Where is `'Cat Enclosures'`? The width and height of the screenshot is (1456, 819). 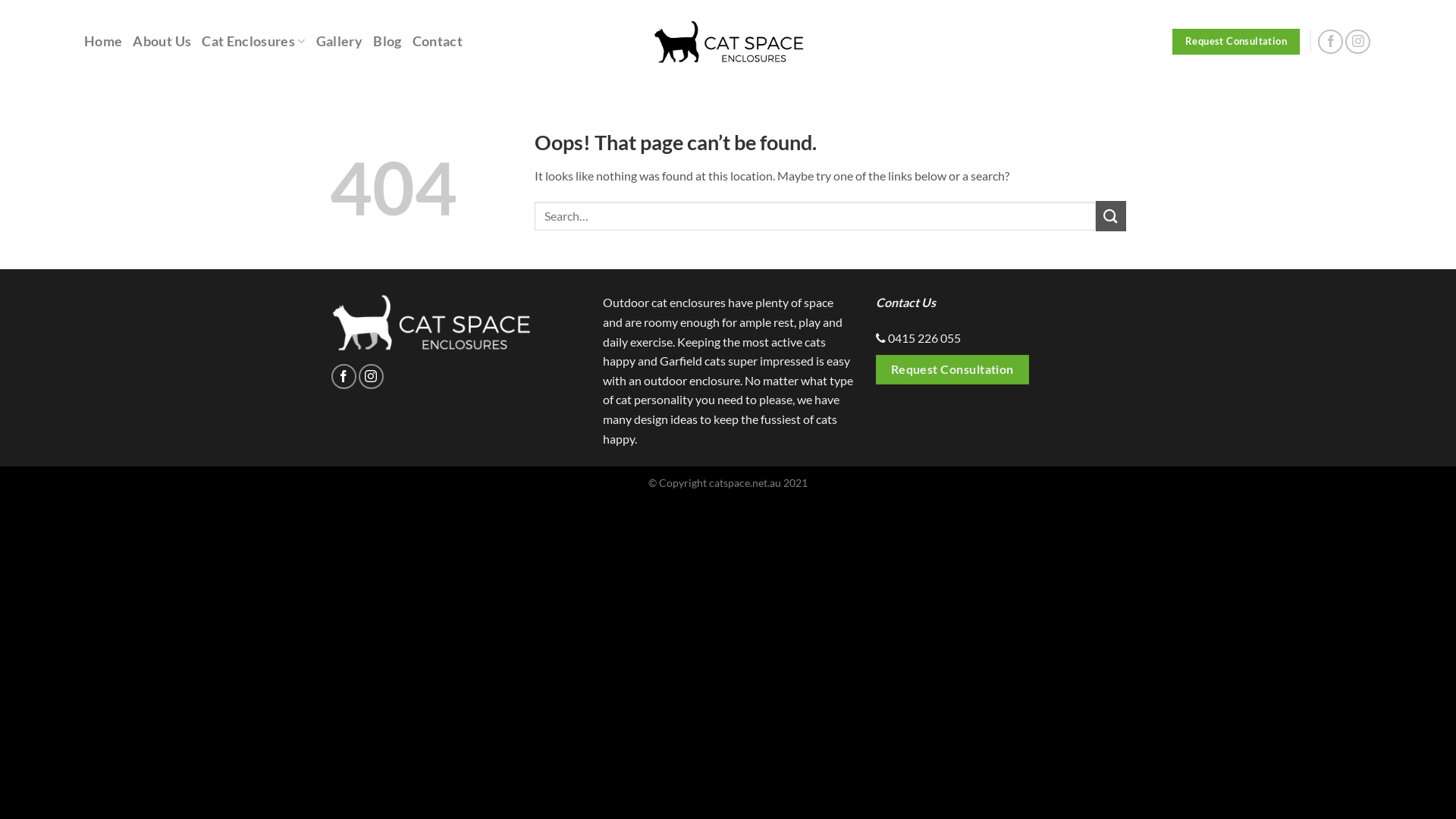 'Cat Enclosures' is located at coordinates (253, 40).